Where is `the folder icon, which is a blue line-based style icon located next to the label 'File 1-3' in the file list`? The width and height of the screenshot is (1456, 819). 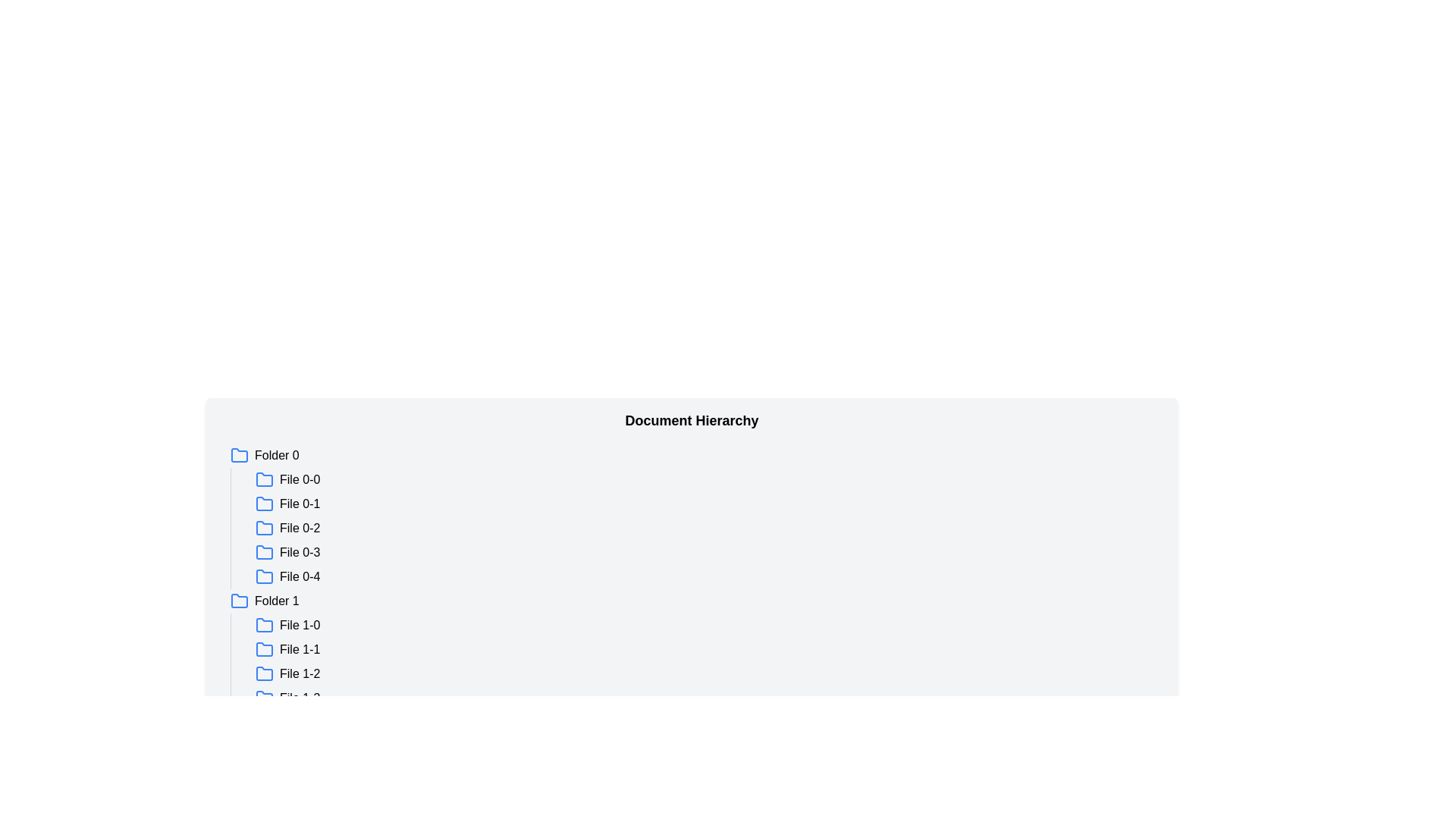 the folder icon, which is a blue line-based style icon located next to the label 'File 1-3' in the file list is located at coordinates (265, 698).